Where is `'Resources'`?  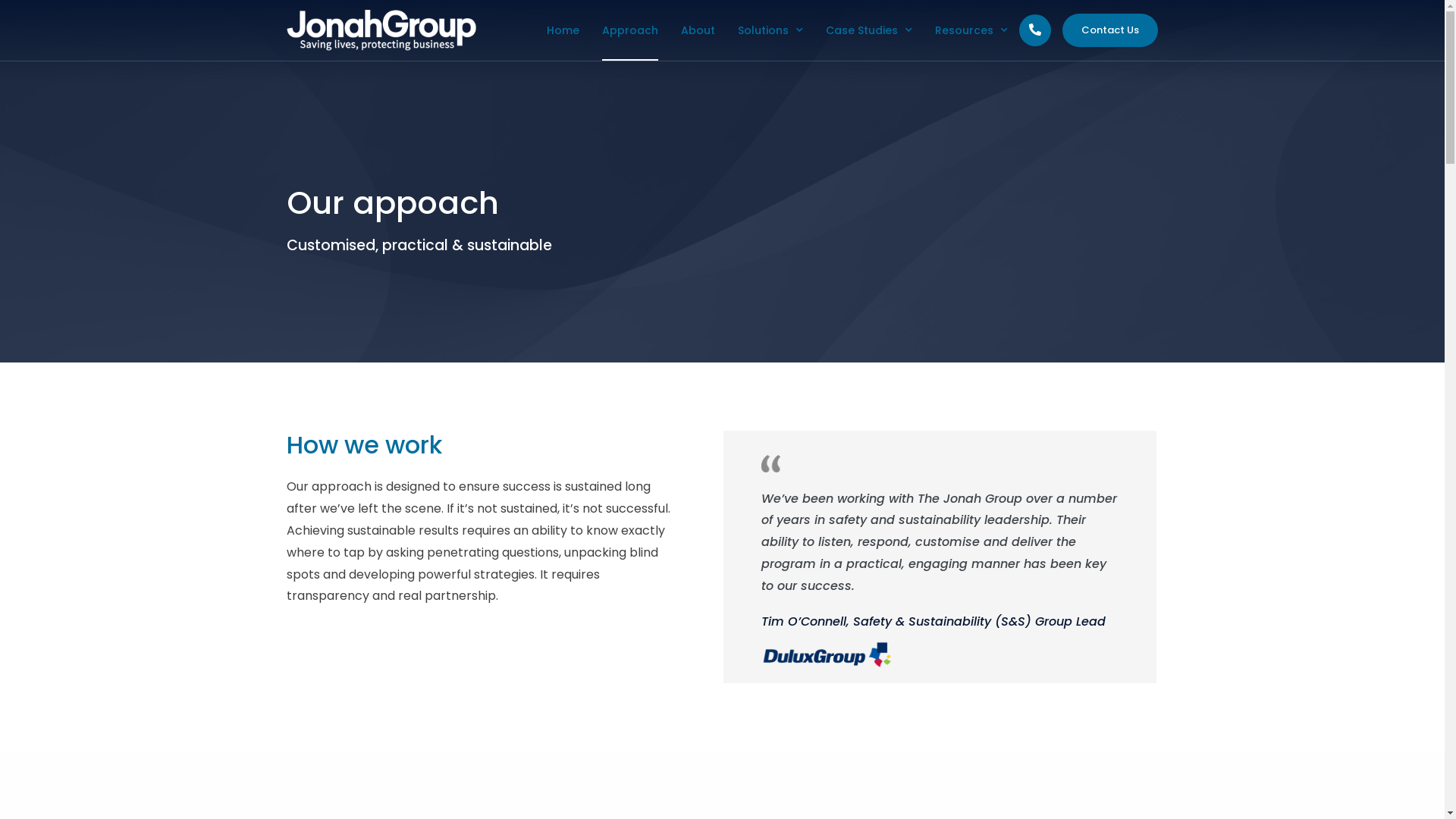
'Resources' is located at coordinates (934, 30).